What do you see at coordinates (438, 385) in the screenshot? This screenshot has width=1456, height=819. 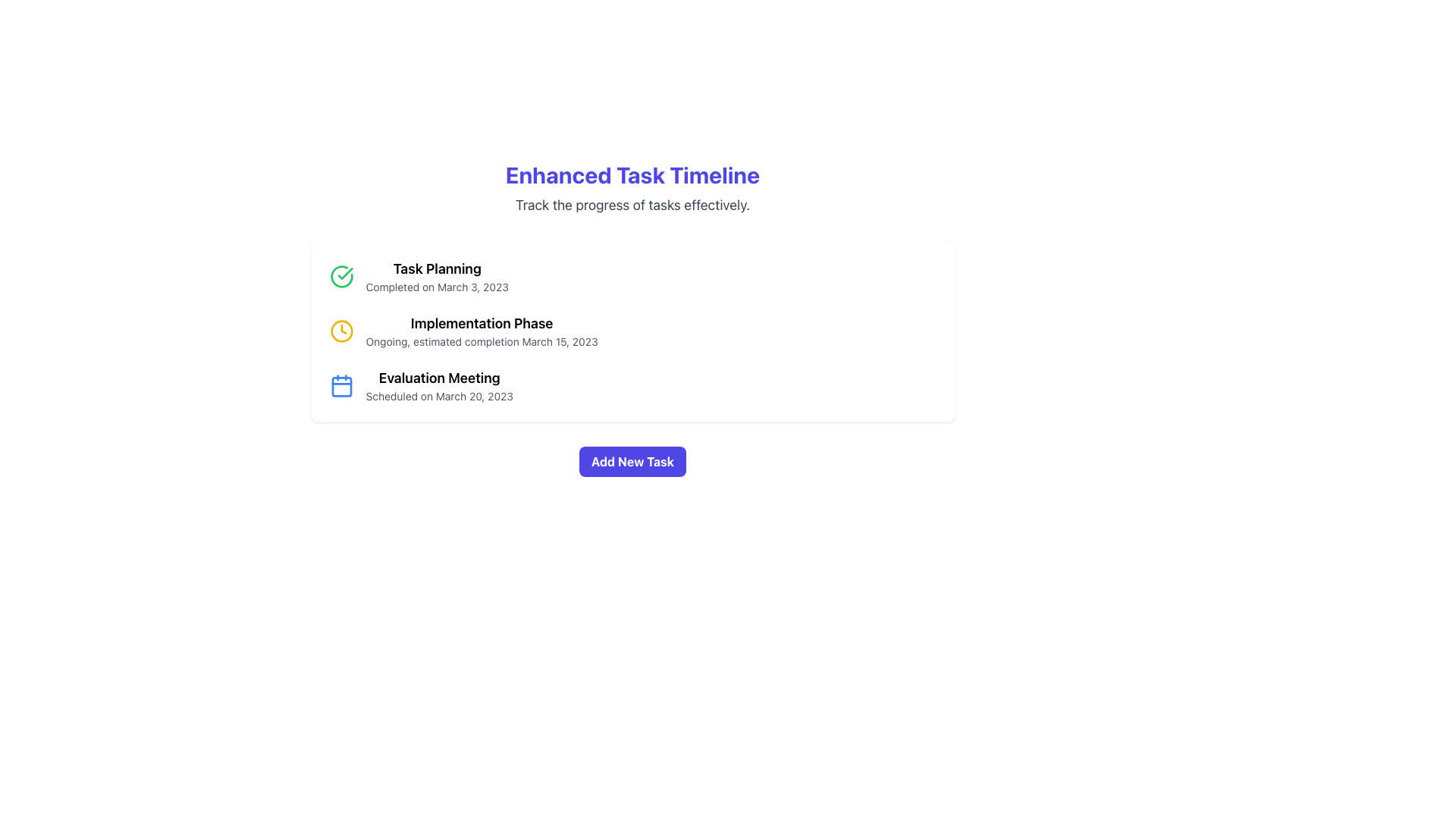 I see `text content of the 'Evaluation Meeting' task displayed in the text block, which is the third entry in the task list` at bounding box center [438, 385].